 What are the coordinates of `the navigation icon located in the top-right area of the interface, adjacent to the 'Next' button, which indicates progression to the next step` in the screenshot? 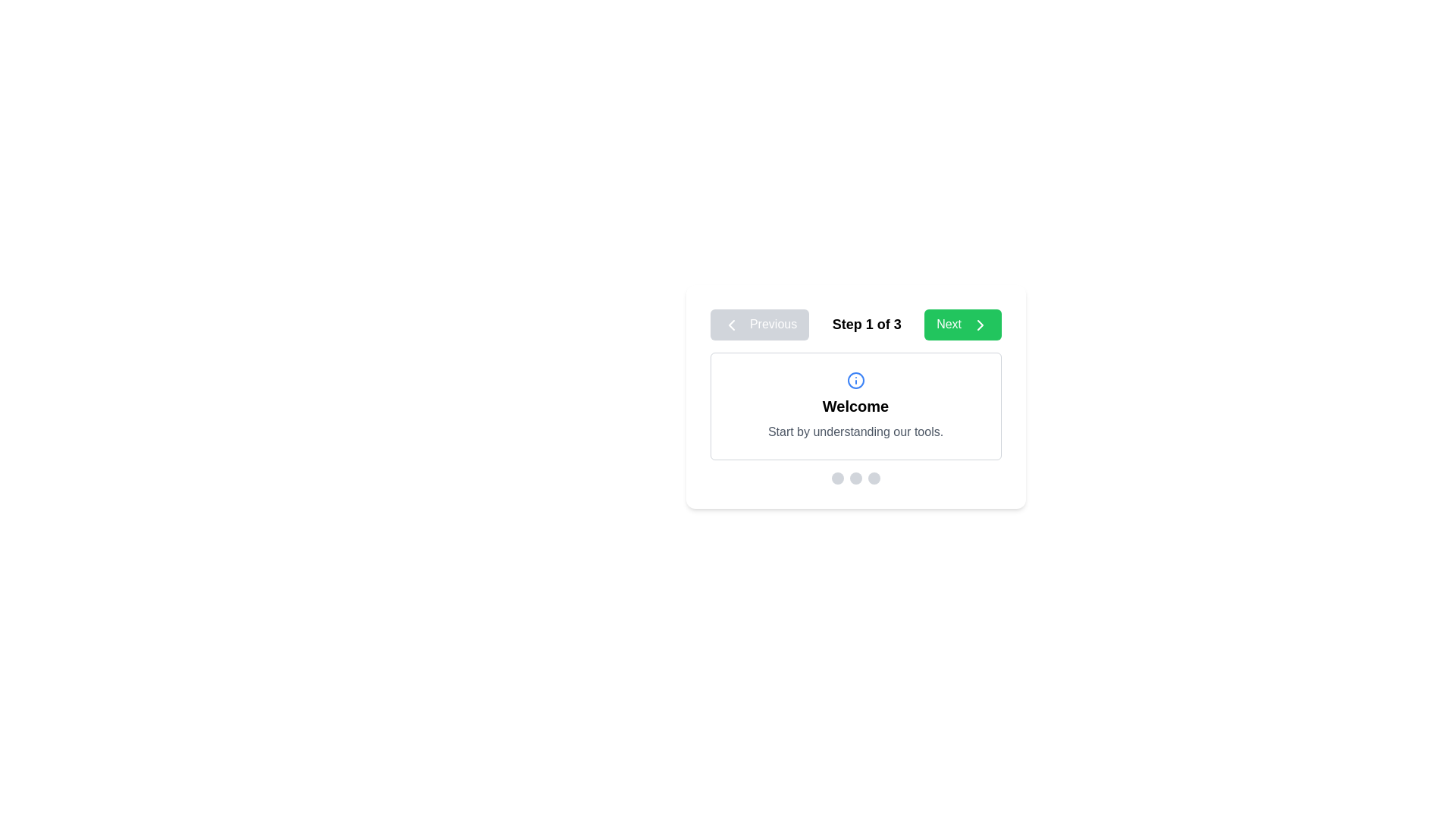 It's located at (980, 324).